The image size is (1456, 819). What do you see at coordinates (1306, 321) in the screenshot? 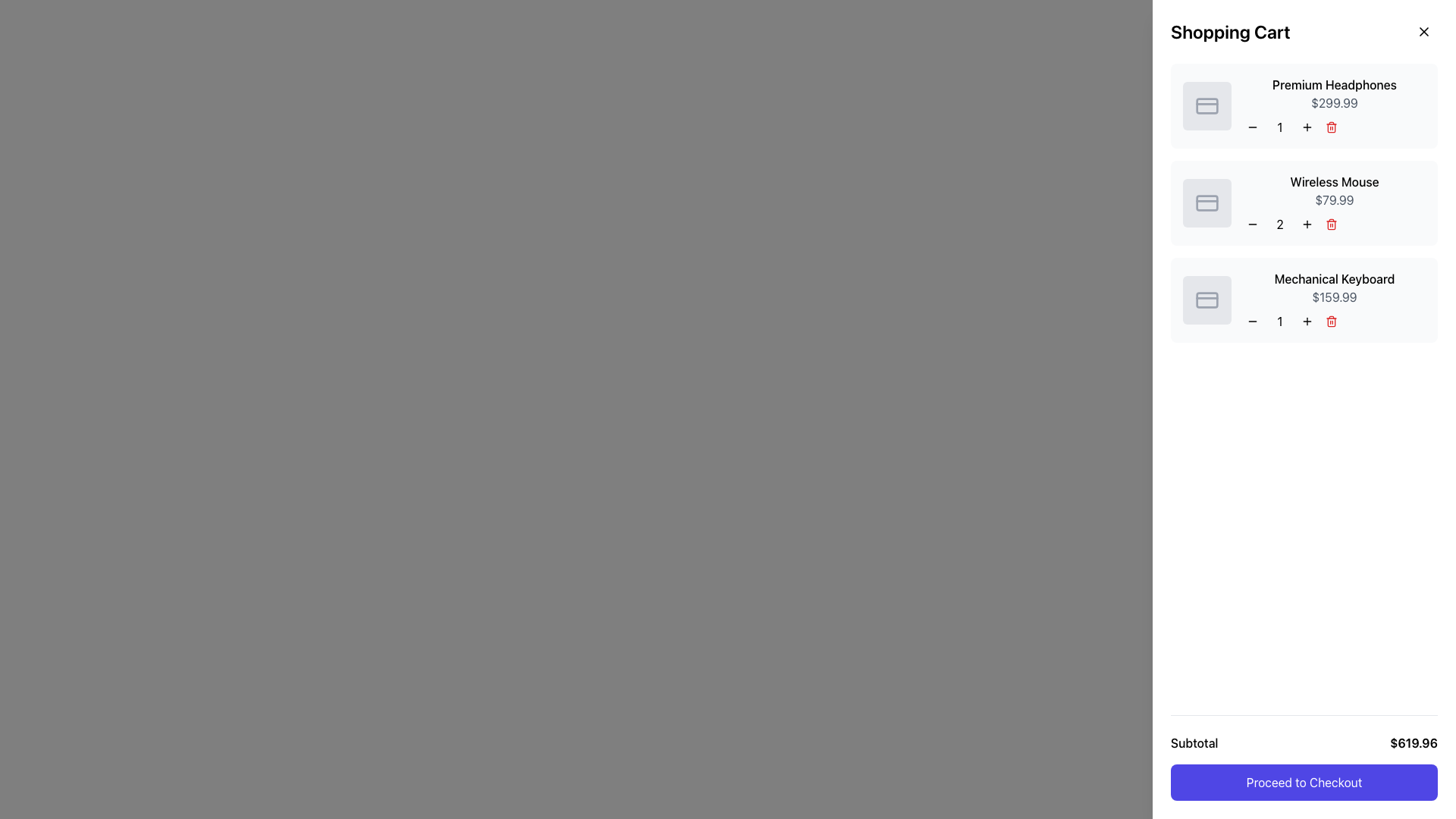
I see `the small square button with a '+' symbol located in the shopping cart section next to the quantity indicator for the 'Mechanical Keyboard' item` at bounding box center [1306, 321].